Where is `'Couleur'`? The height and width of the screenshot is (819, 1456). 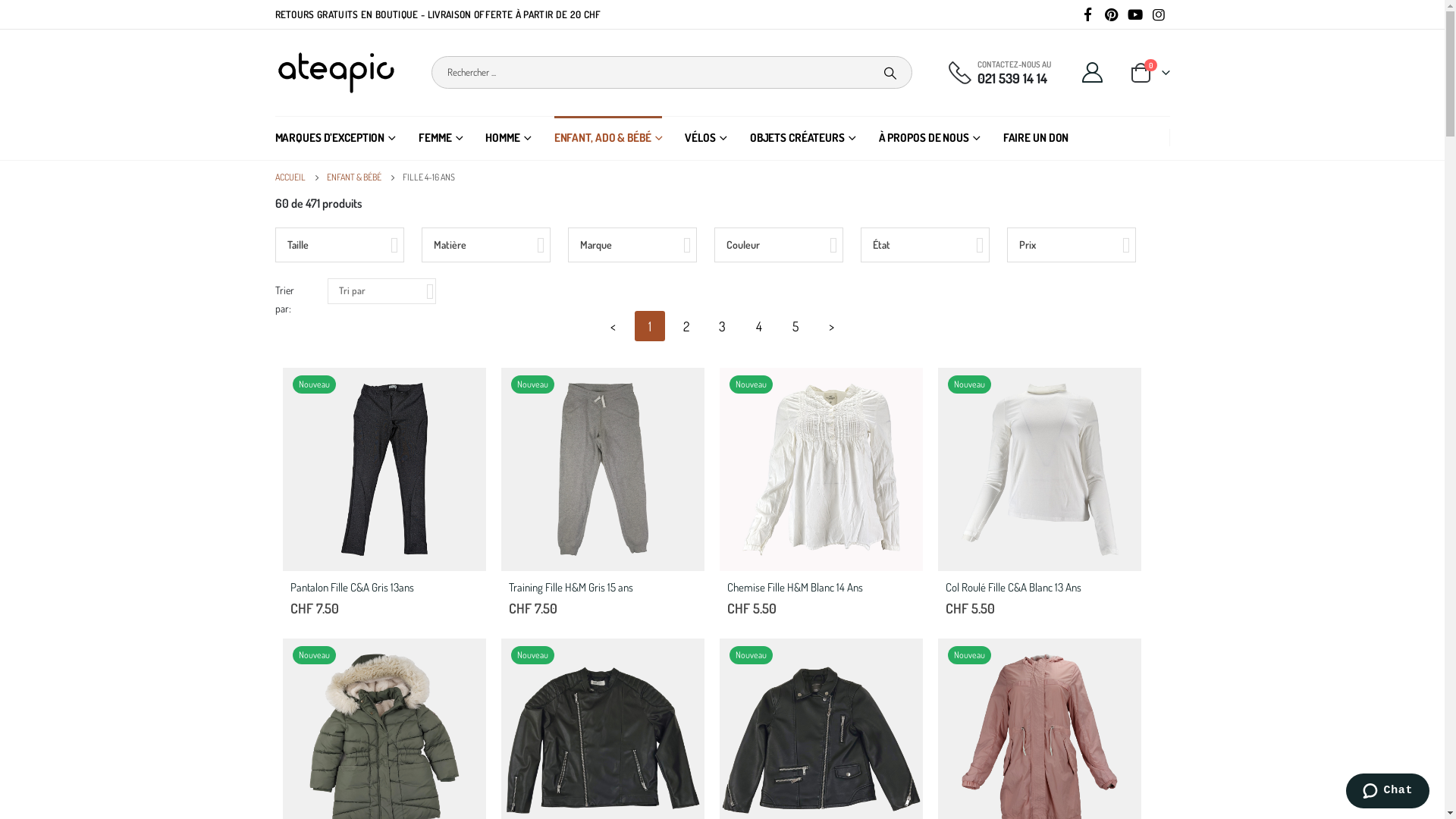
'Couleur' is located at coordinates (779, 244).